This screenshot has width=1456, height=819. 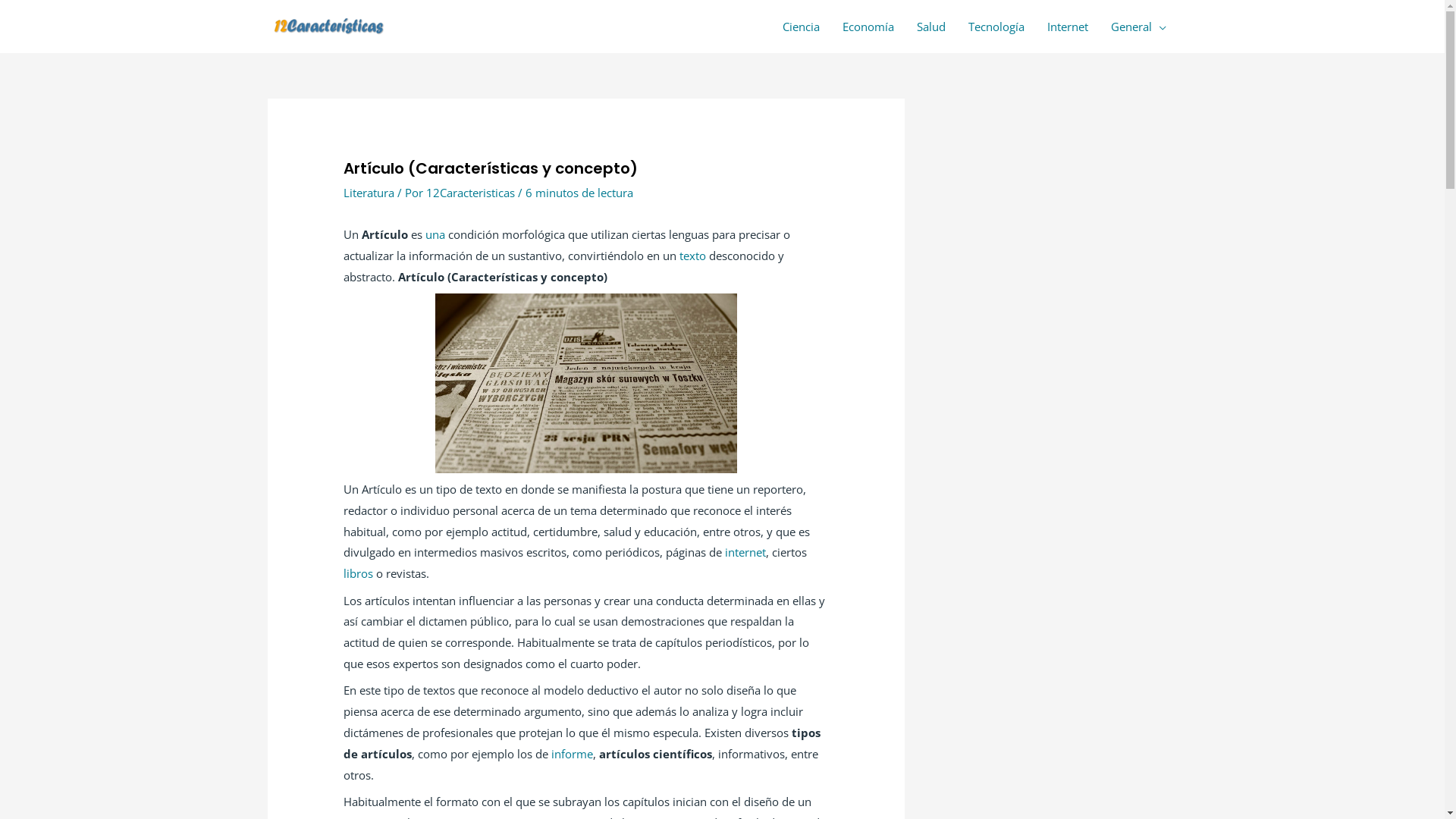 What do you see at coordinates (745, 552) in the screenshot?
I see `'internet'` at bounding box center [745, 552].